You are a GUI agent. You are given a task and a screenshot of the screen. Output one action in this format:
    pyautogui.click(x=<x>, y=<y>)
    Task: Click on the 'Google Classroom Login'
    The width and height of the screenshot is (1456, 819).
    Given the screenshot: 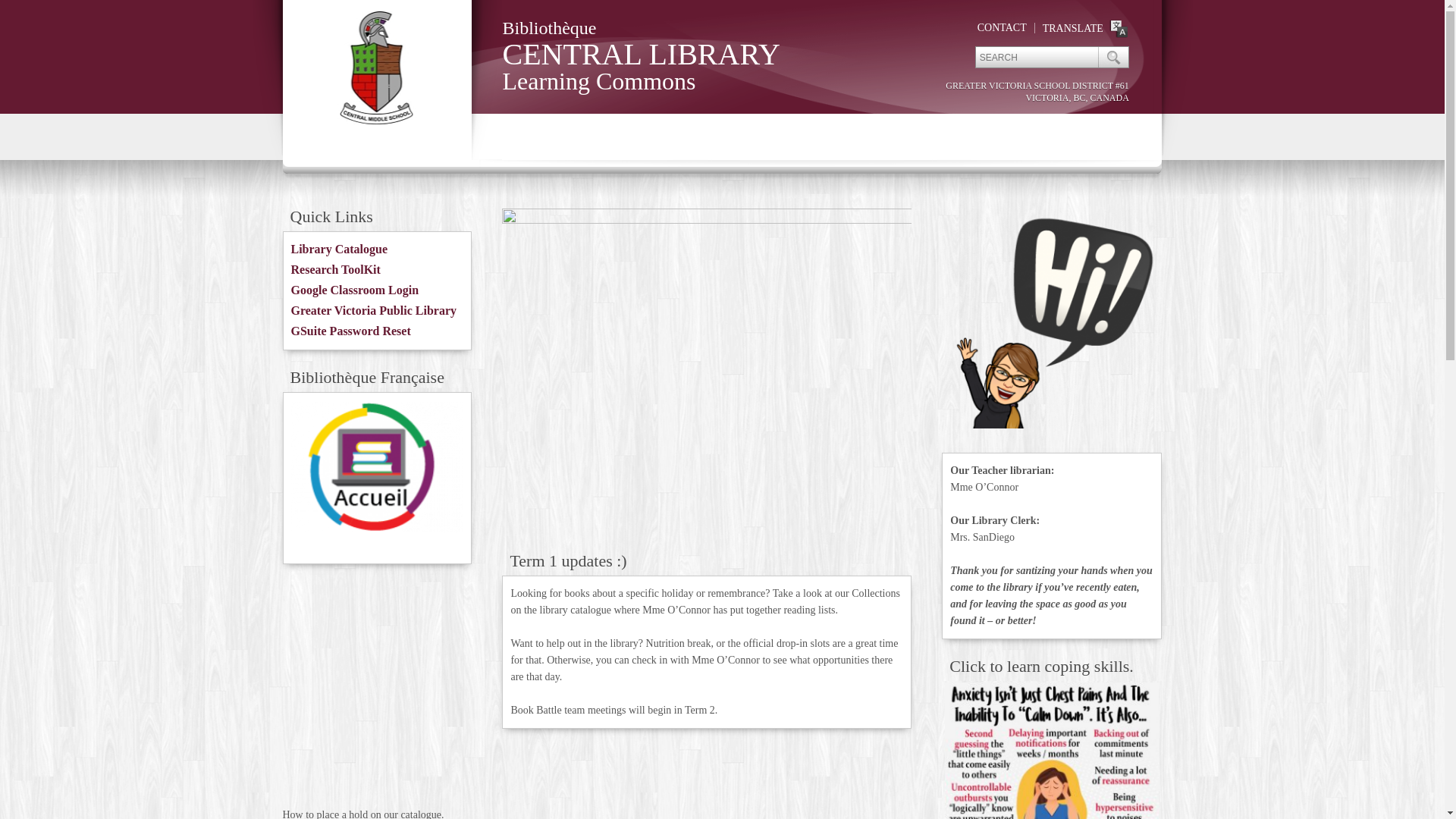 What is the action you would take?
    pyautogui.click(x=354, y=290)
    